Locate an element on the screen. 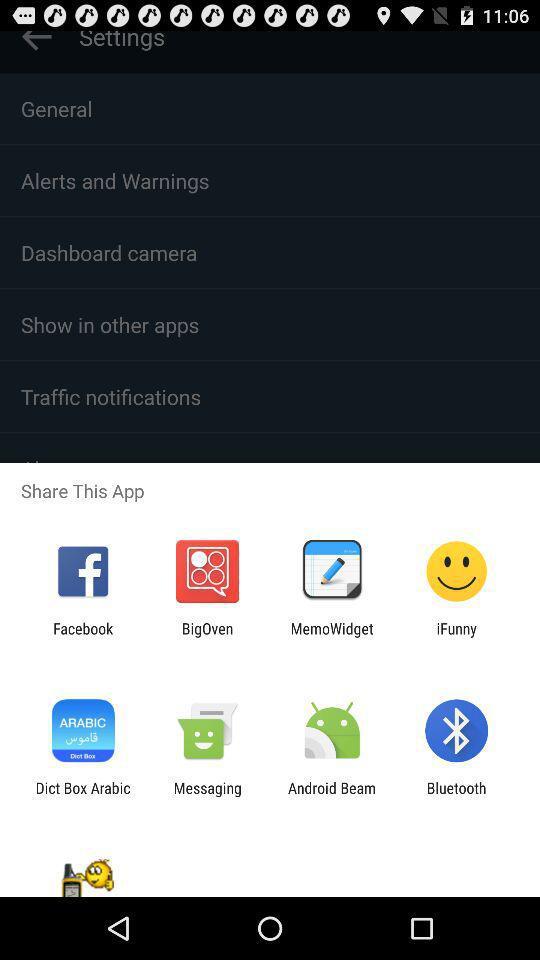 This screenshot has width=540, height=960. item to the left of the bluetooth item is located at coordinates (332, 796).